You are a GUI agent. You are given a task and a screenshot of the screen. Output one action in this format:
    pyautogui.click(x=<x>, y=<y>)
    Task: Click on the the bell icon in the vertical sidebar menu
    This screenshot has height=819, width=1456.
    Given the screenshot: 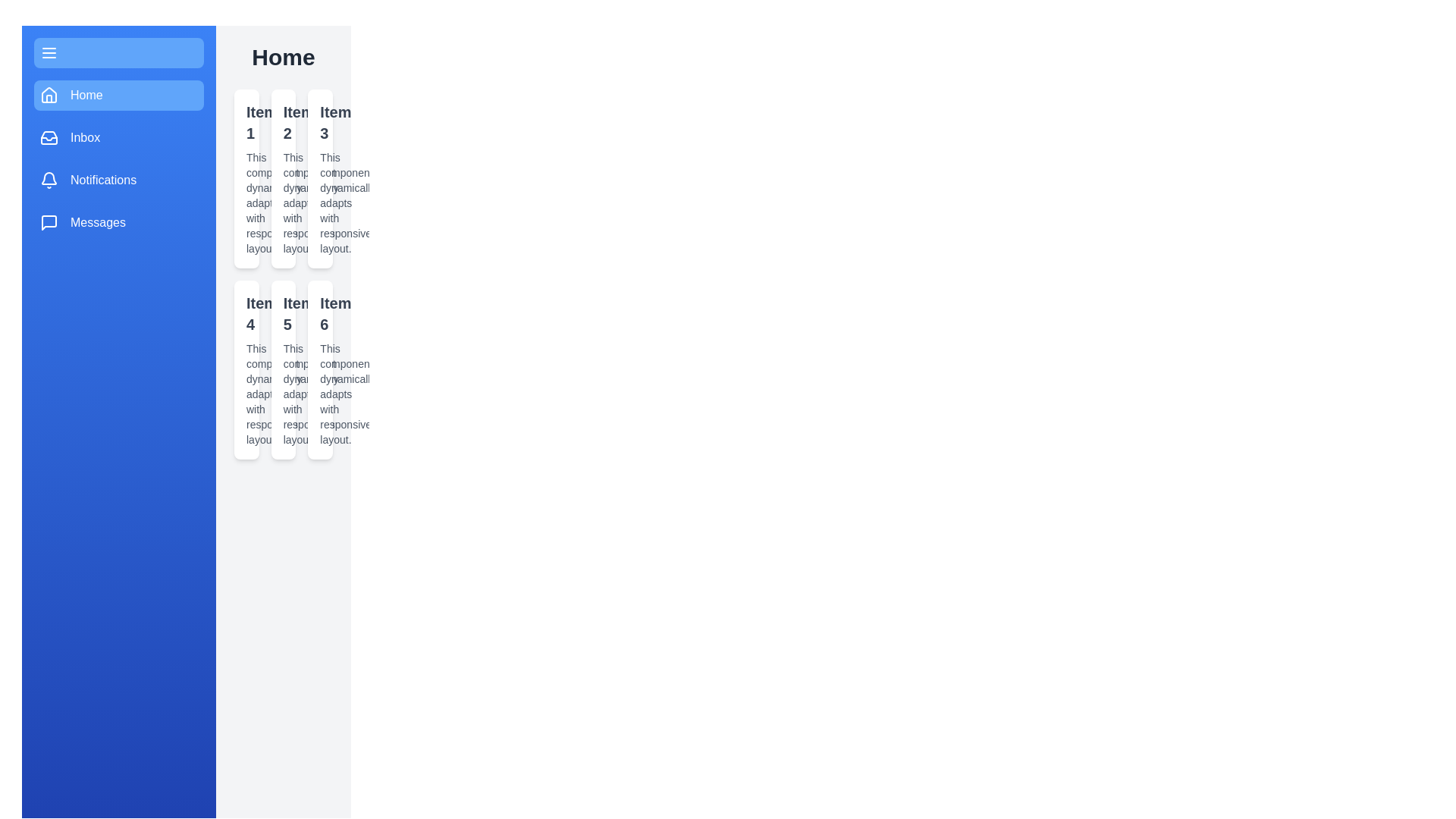 What is the action you would take?
    pyautogui.click(x=49, y=180)
    